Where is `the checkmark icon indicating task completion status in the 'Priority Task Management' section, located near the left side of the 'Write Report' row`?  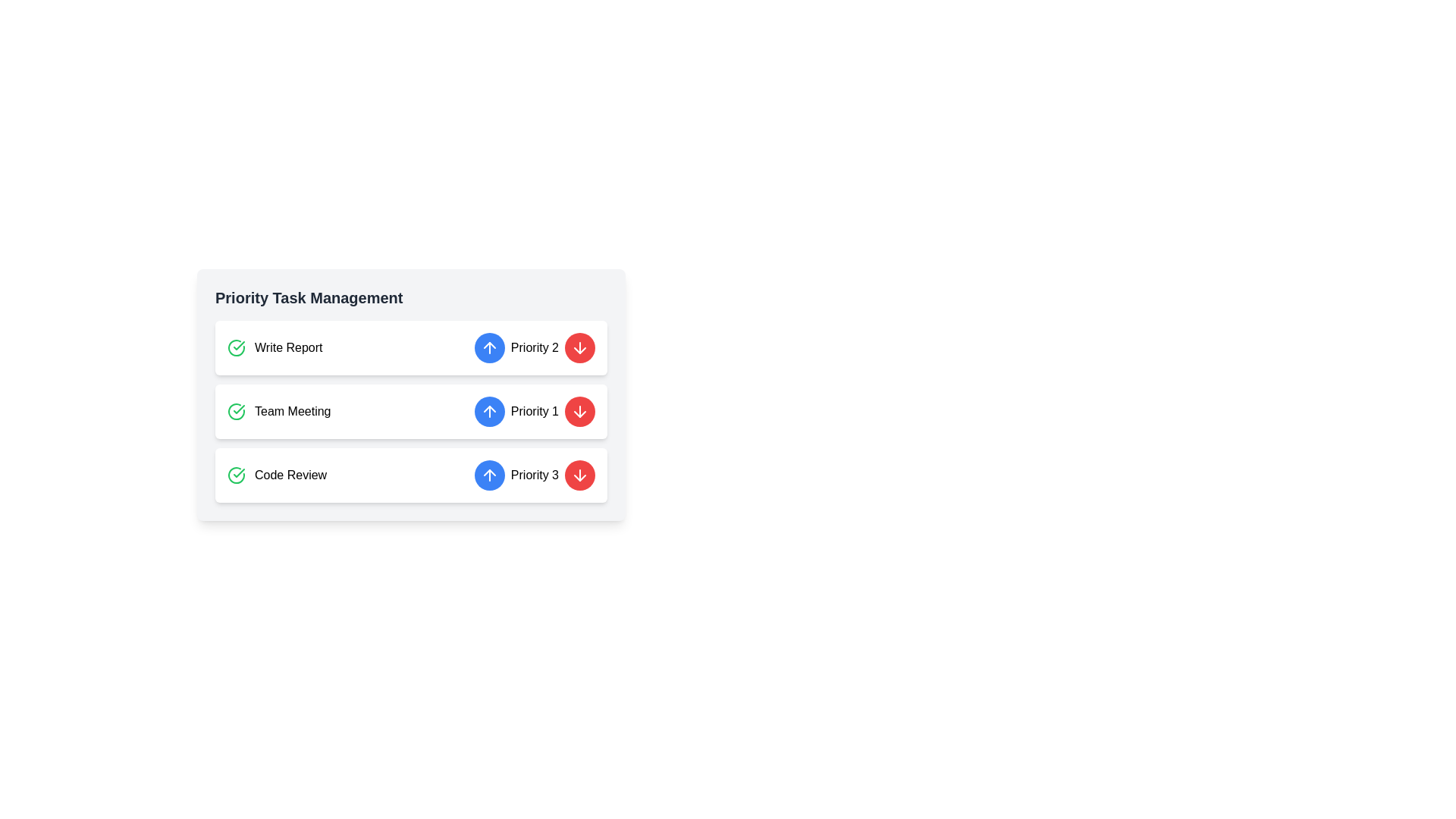
the checkmark icon indicating task completion status in the 'Priority Task Management' section, located near the left side of the 'Write Report' row is located at coordinates (238, 472).